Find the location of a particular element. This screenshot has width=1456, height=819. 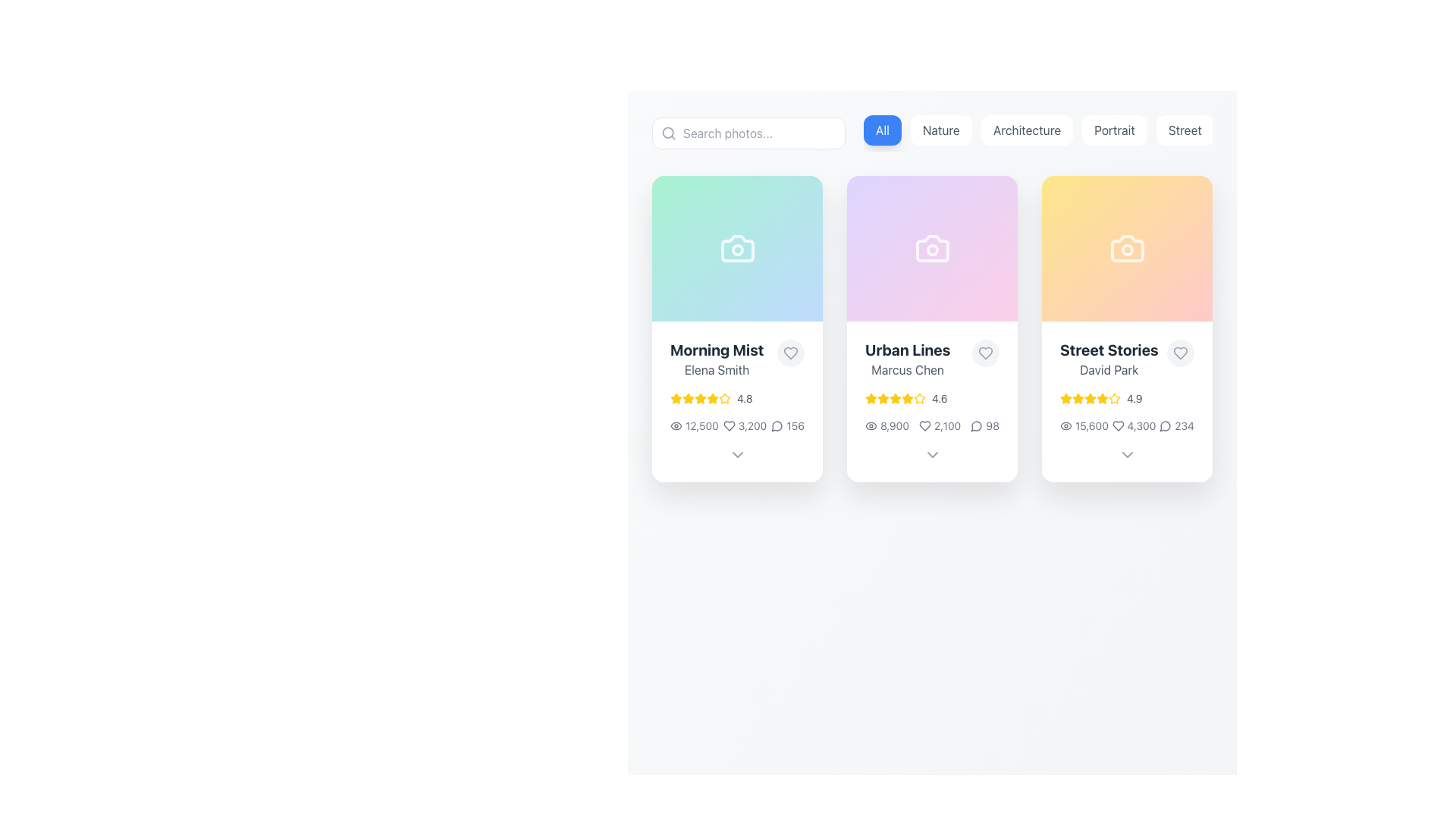

the circular chat icon with minimalist lines located within the 'Street Stories' card, positioned to the right of the '4,300' heart icon and before the text '234' is located at coordinates (1164, 426).